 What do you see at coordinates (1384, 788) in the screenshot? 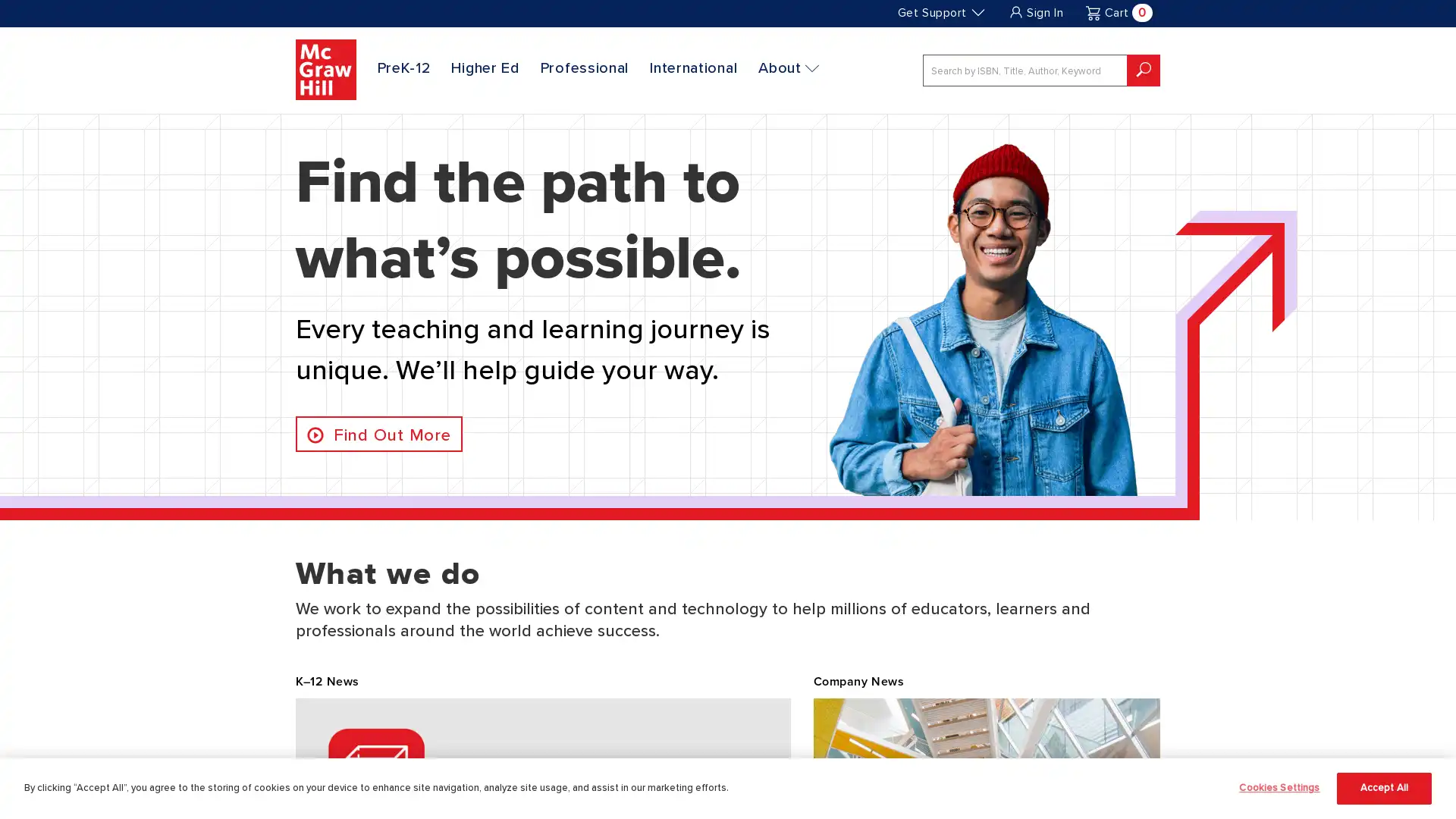
I see `Accept All` at bounding box center [1384, 788].